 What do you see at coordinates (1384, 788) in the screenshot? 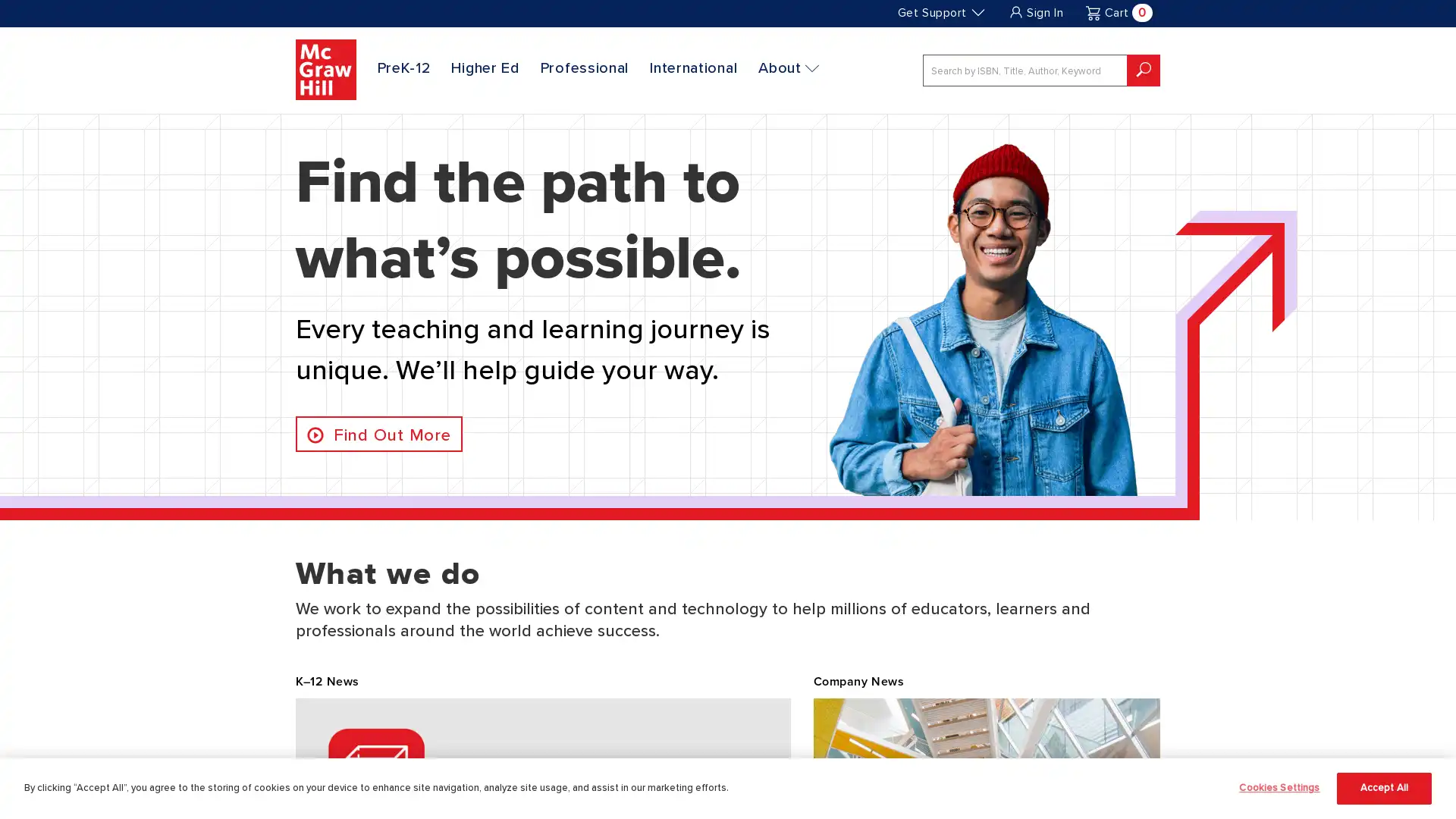
I see `Accept All` at bounding box center [1384, 788].